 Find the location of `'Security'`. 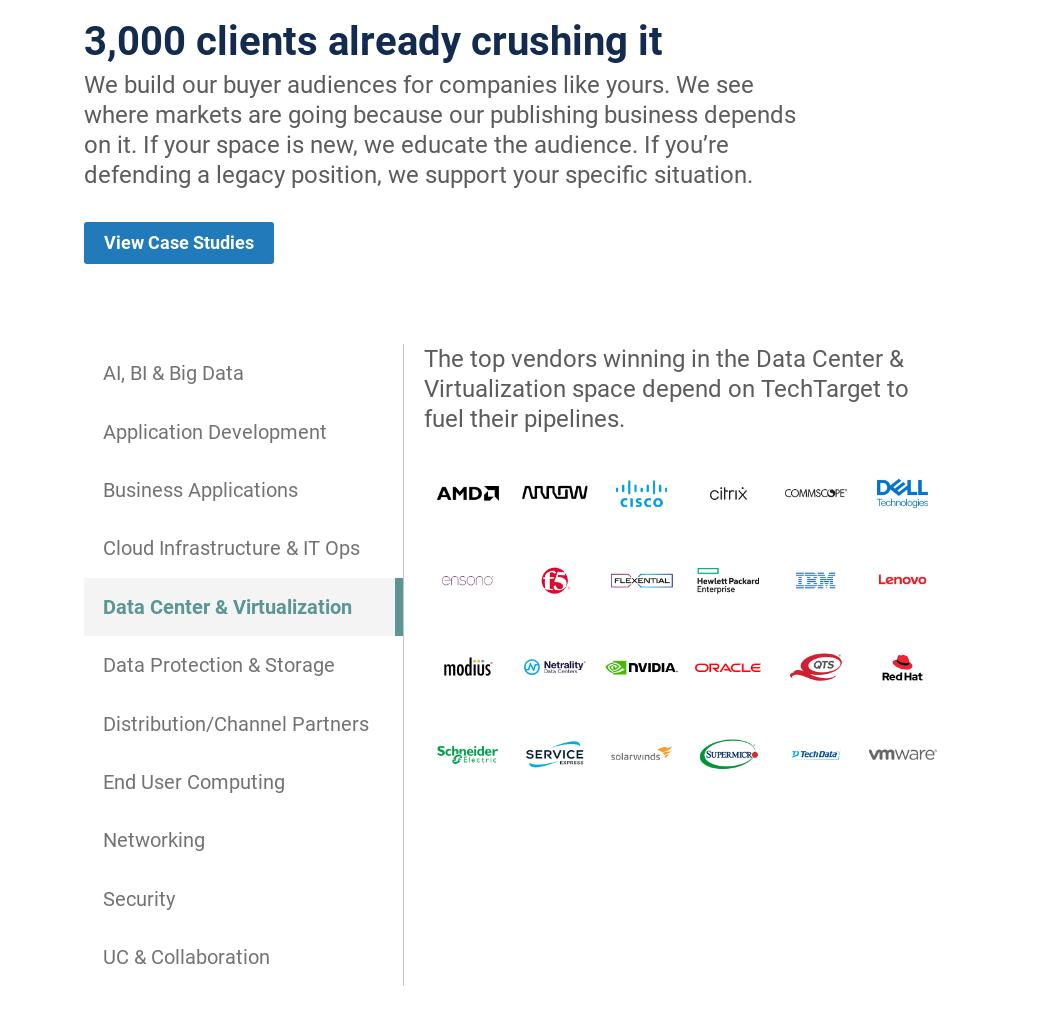

'Security' is located at coordinates (138, 897).